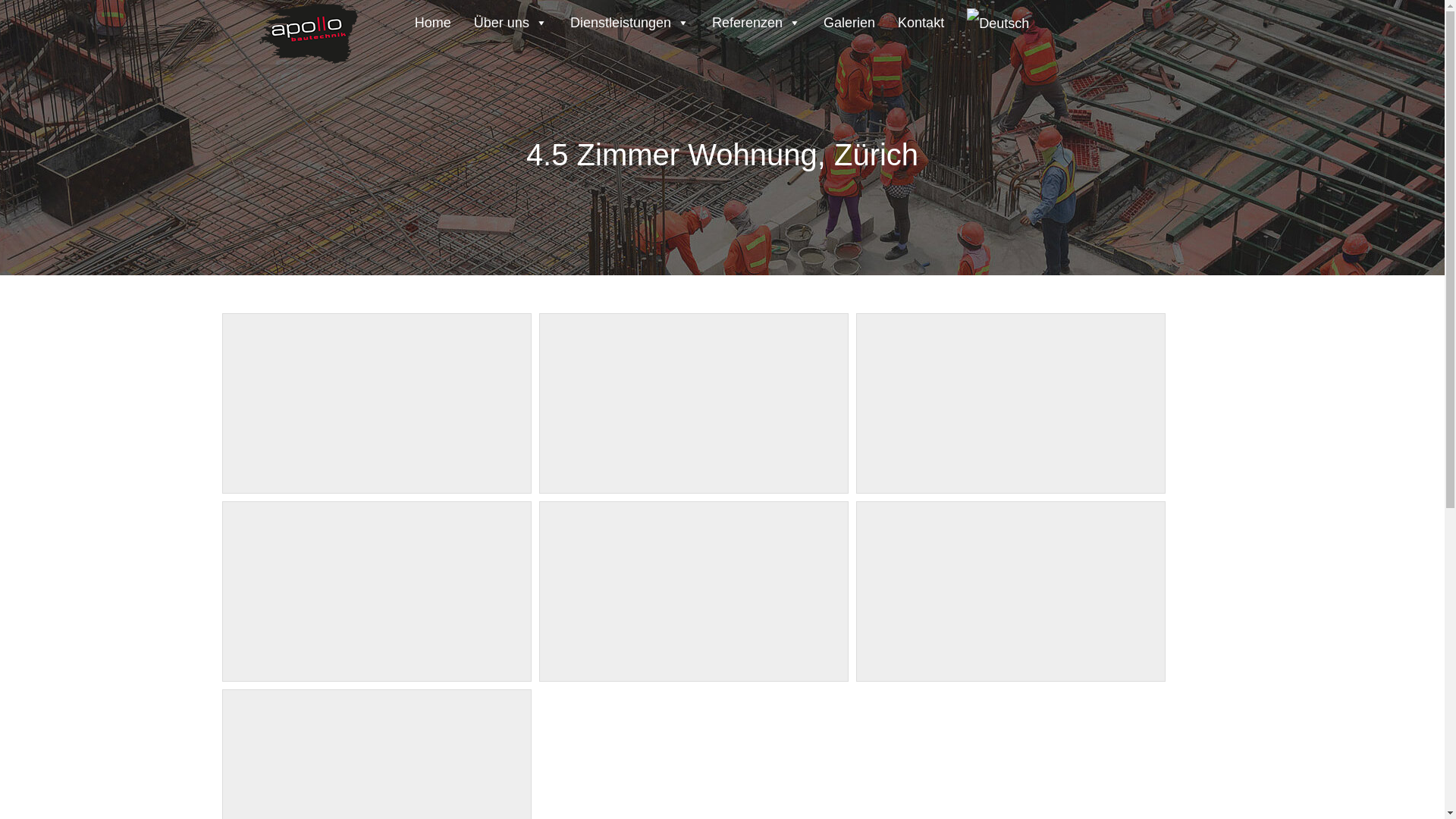 This screenshot has width=1456, height=819. Describe the element at coordinates (629, 20) in the screenshot. I see `'Dienstleistungen'` at that location.